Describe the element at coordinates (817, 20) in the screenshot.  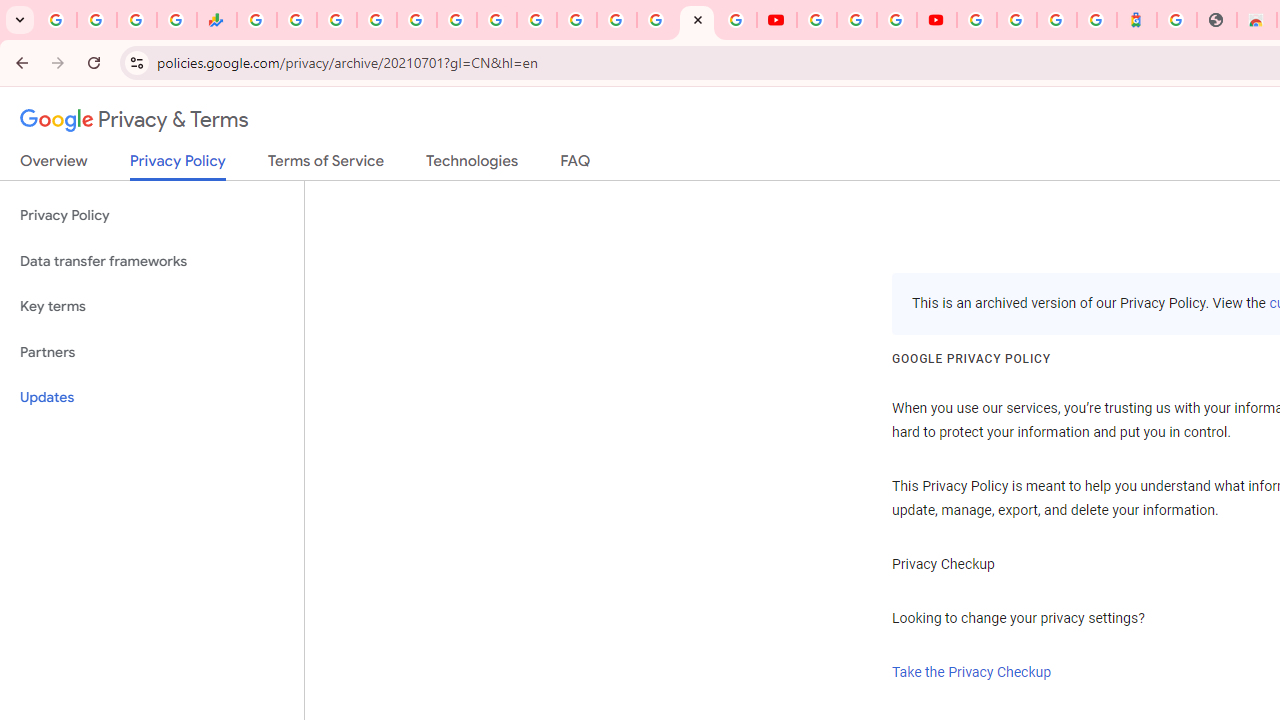
I see `'YouTube'` at that location.